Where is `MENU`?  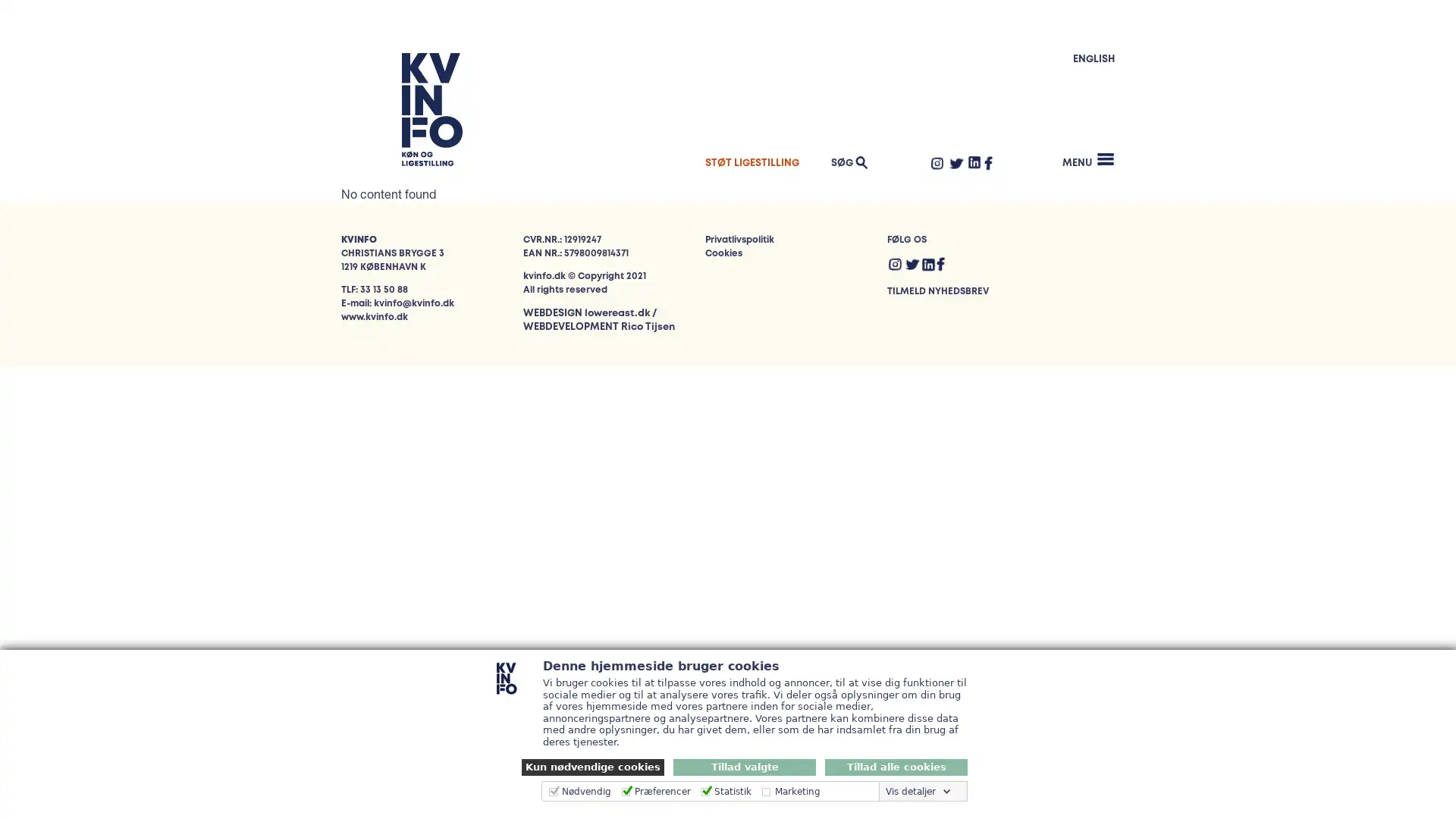
MENU is located at coordinates (1087, 159).